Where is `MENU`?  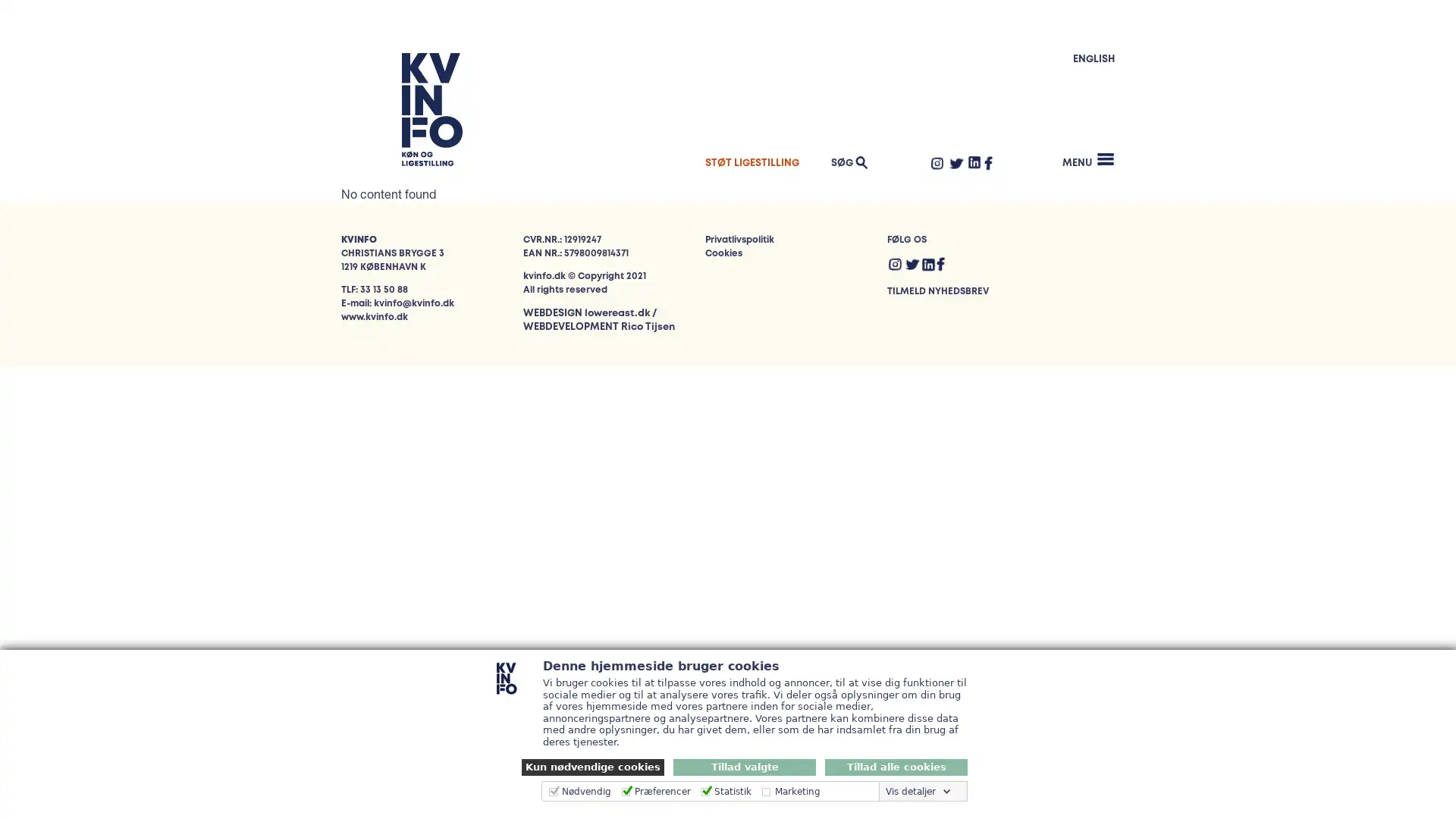
MENU is located at coordinates (1087, 159).